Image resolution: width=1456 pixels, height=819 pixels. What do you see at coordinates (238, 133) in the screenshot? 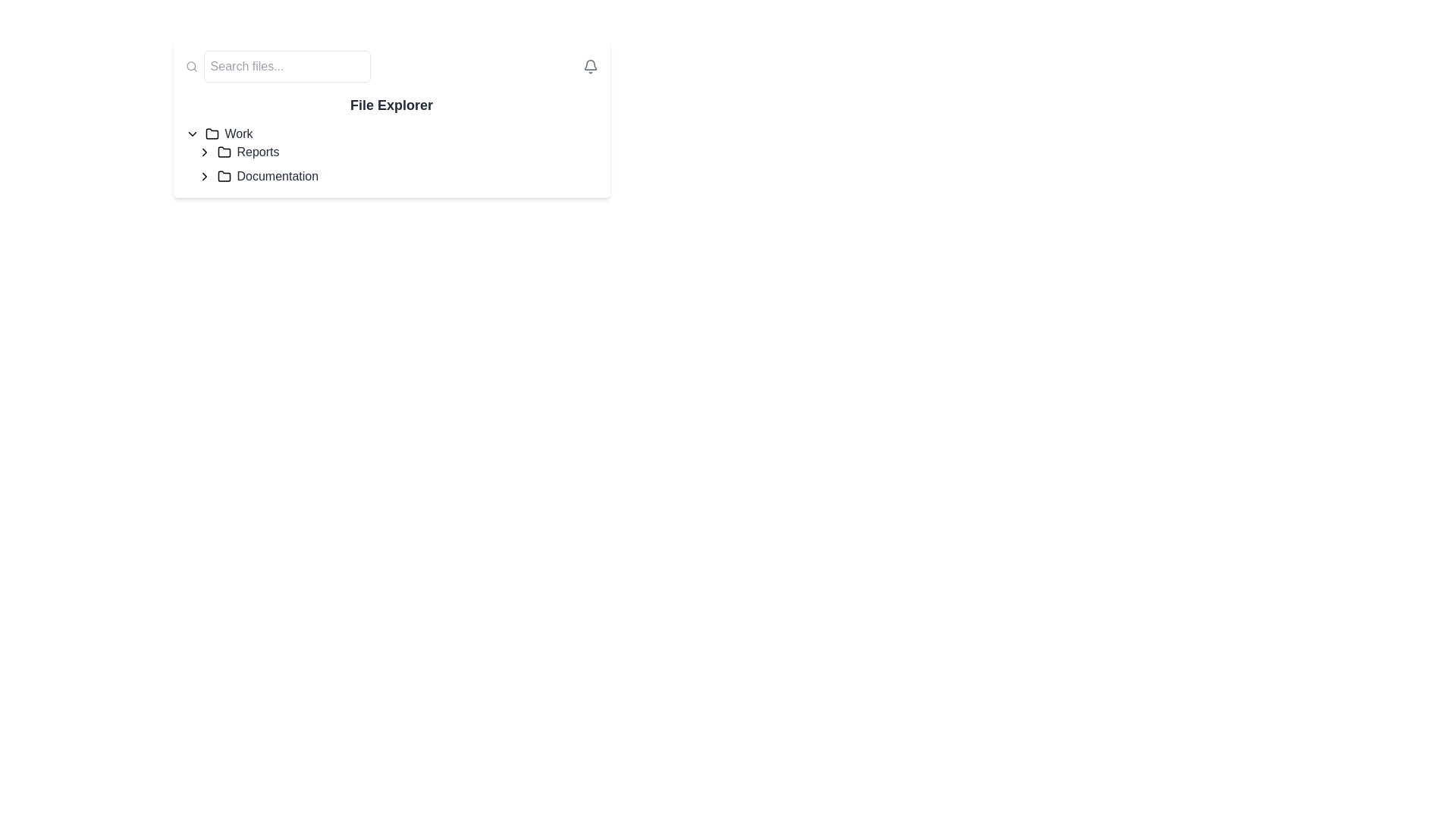
I see `the text content of the Text Label displaying 'Work', located in the top-left portion of the interface beside a folder icon` at bounding box center [238, 133].